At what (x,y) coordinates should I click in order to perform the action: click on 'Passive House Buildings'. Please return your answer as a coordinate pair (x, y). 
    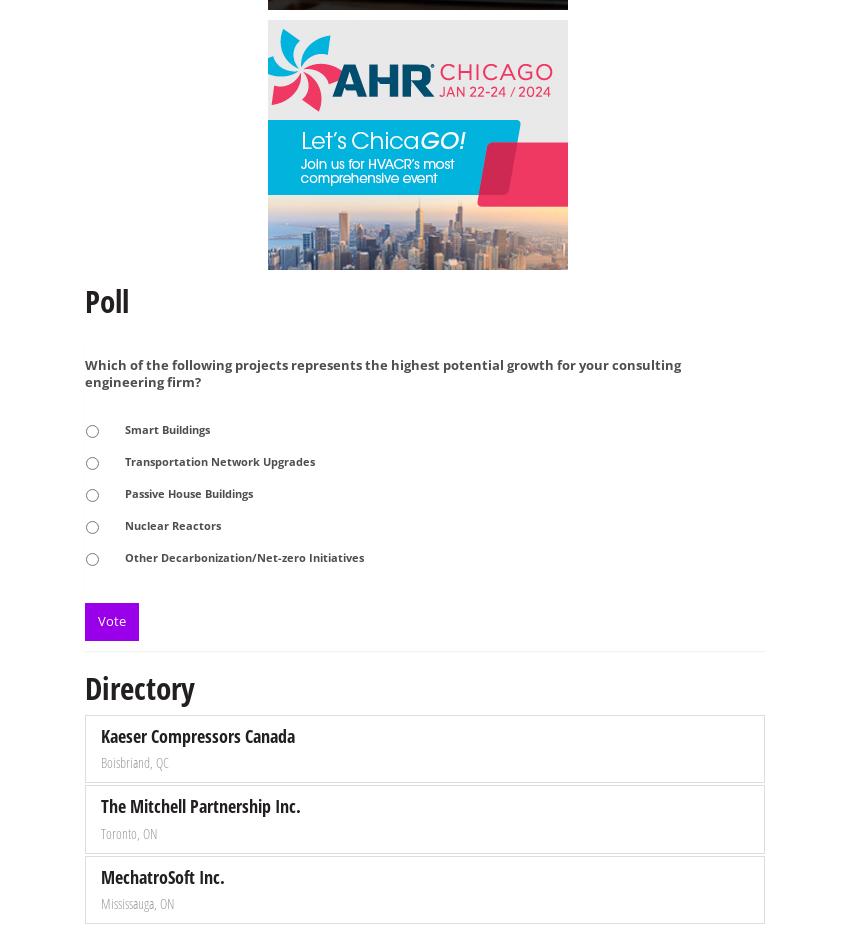
    Looking at the image, I should click on (188, 493).